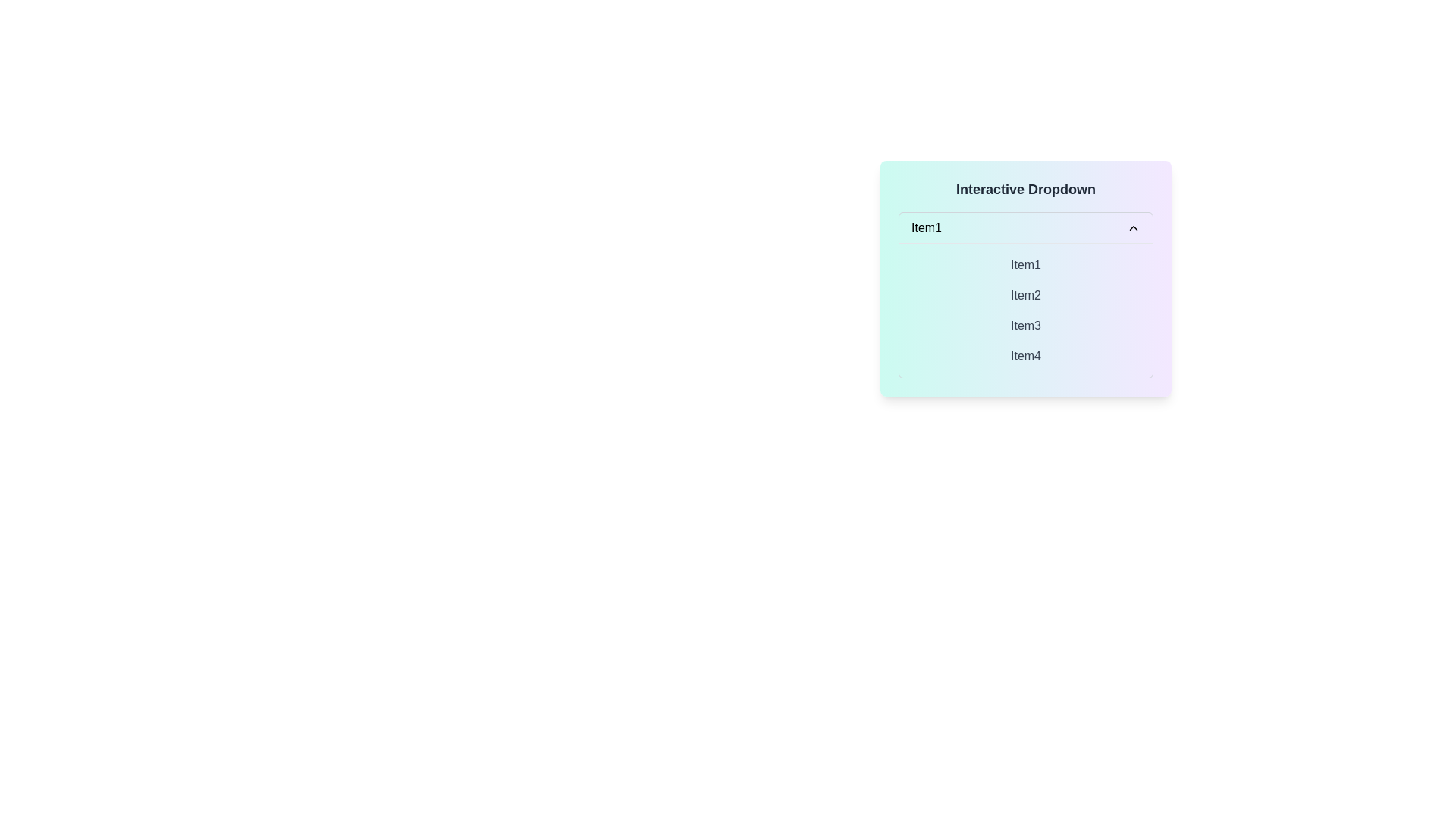  What do you see at coordinates (1026, 325) in the screenshot?
I see `the third item in the dropdown list, which is located between 'Item2' and 'Item4'` at bounding box center [1026, 325].